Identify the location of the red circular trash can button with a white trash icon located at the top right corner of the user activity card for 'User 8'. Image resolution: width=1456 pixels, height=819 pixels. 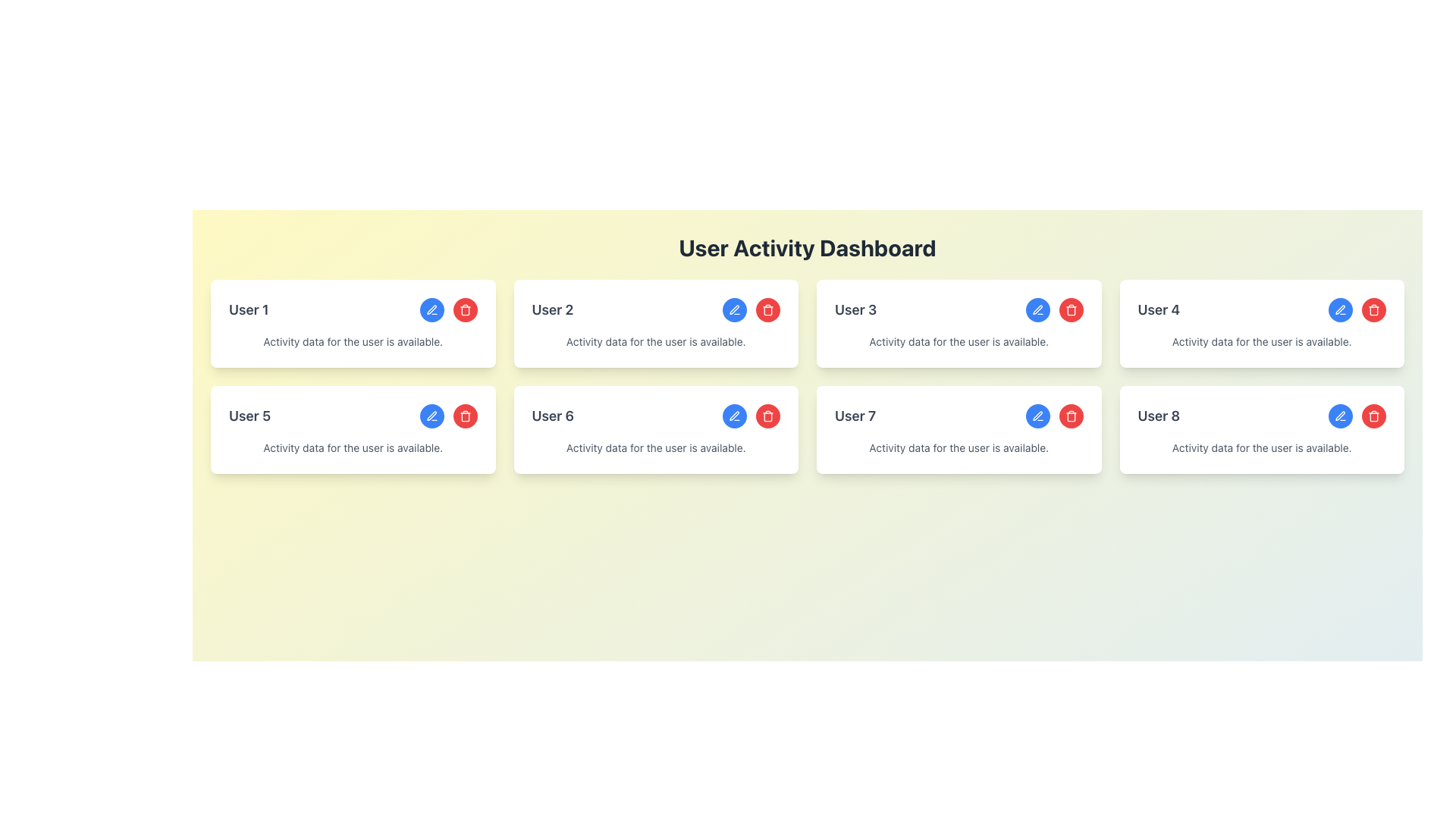
(1373, 416).